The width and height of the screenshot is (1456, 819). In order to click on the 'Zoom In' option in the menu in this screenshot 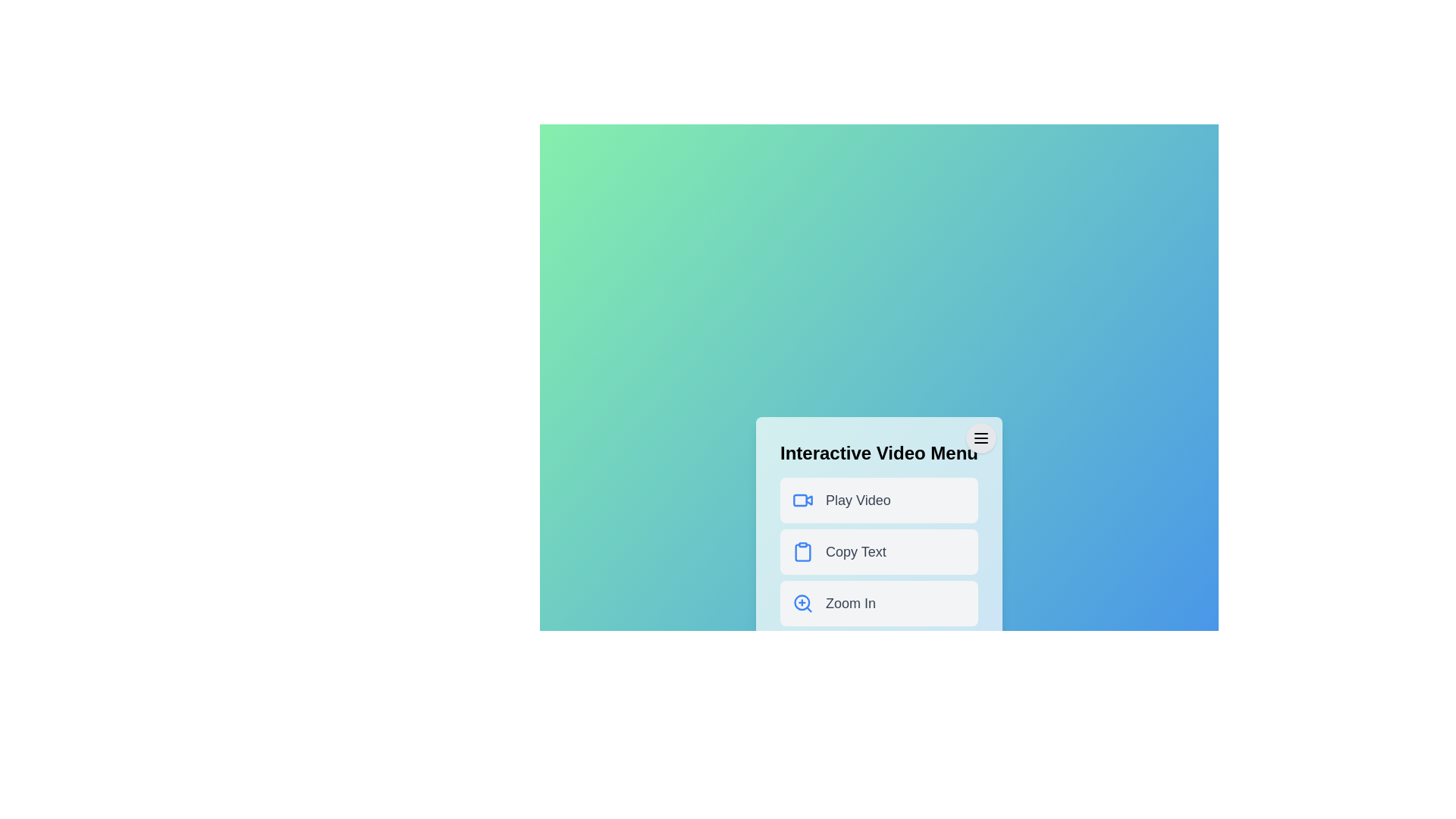, I will do `click(879, 602)`.